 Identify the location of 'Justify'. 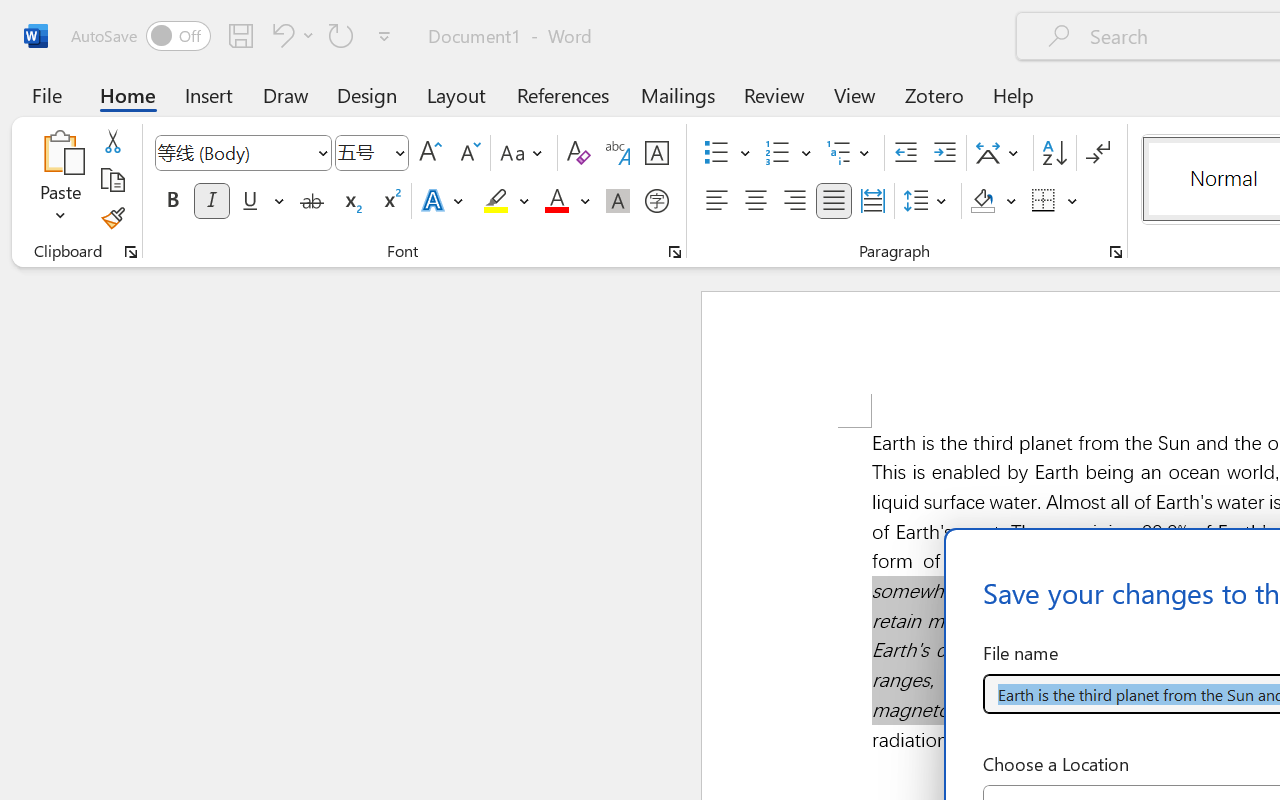
(834, 201).